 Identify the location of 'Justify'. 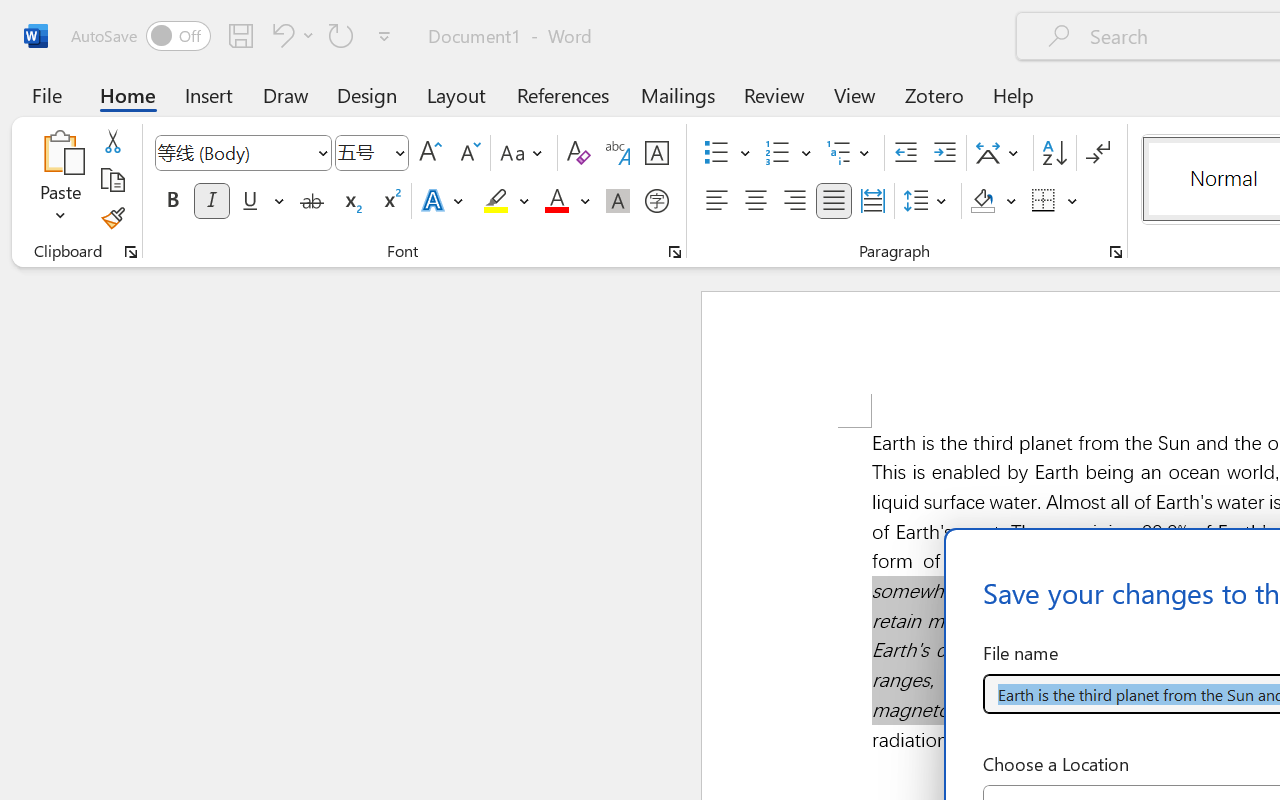
(834, 201).